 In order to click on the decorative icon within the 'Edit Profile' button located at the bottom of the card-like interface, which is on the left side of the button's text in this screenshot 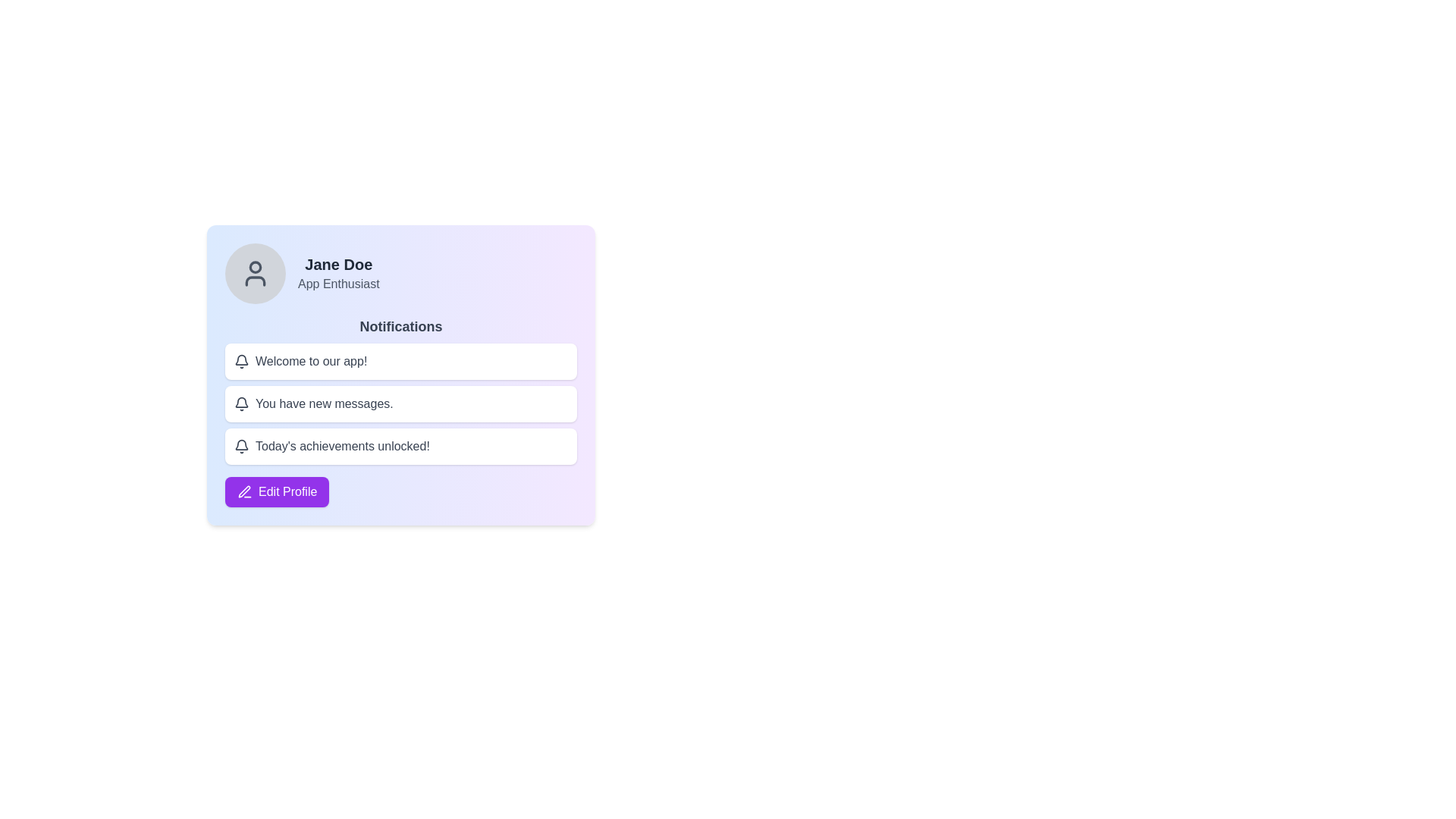, I will do `click(244, 491)`.